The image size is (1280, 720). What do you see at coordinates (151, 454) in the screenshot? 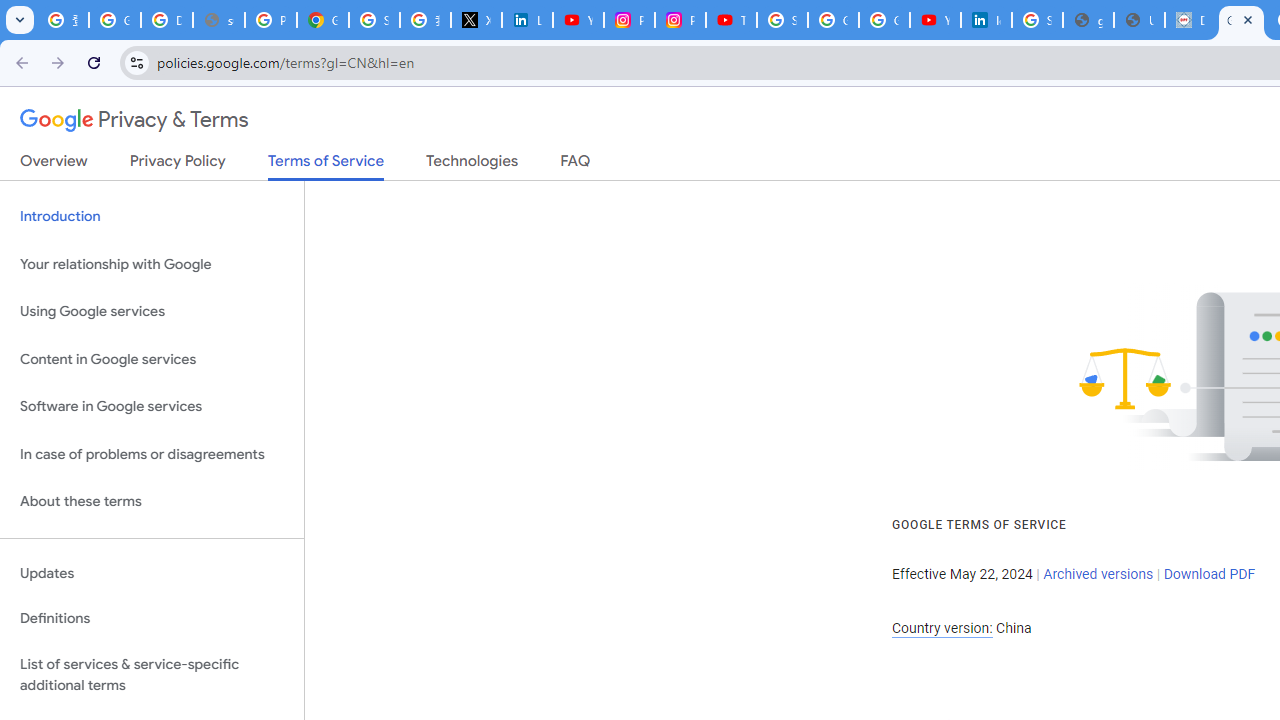
I see `'In case of problems or disagreements'` at bounding box center [151, 454].